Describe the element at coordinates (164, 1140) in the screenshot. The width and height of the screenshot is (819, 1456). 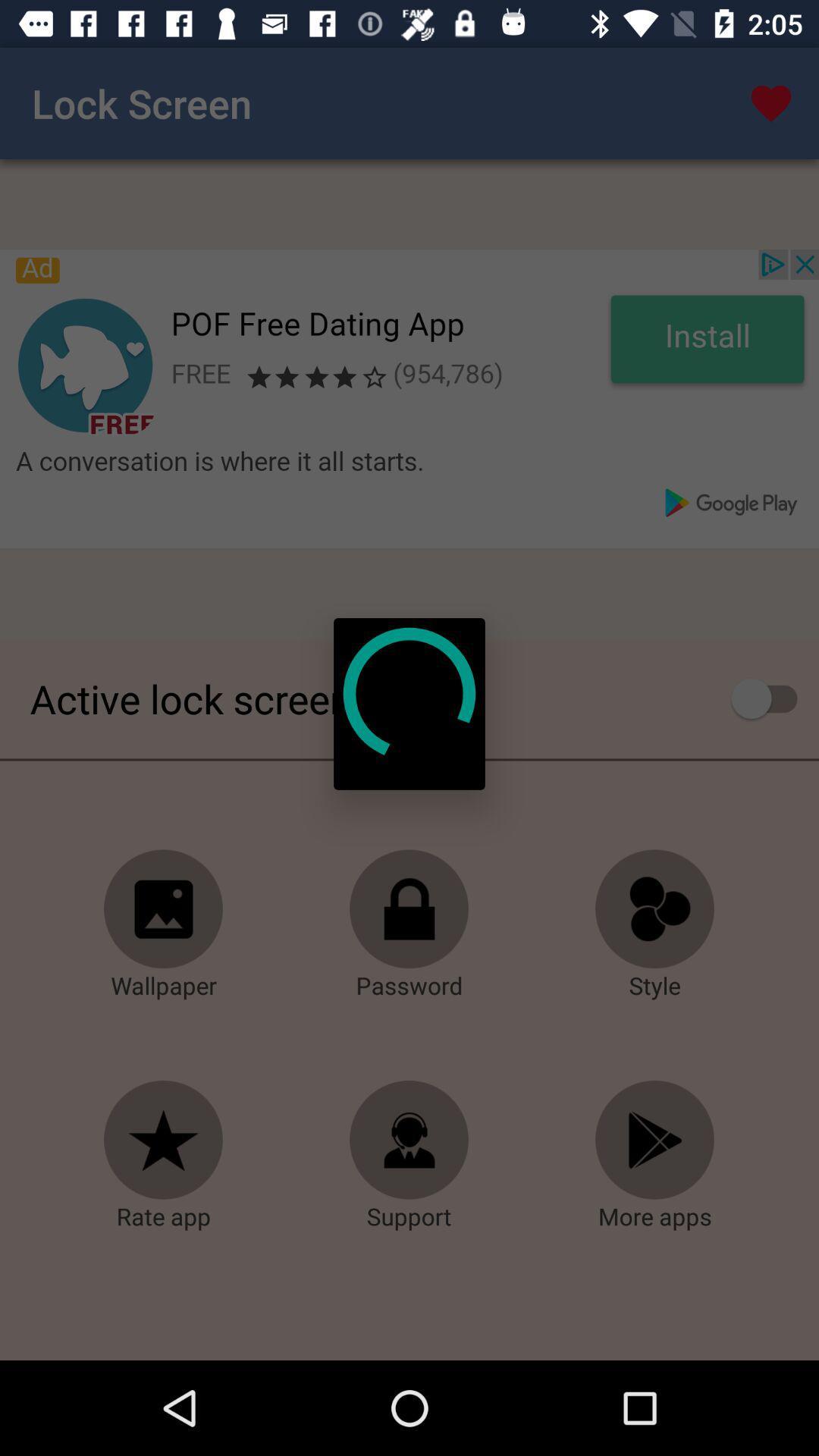
I see `opens a page to rate the app` at that location.